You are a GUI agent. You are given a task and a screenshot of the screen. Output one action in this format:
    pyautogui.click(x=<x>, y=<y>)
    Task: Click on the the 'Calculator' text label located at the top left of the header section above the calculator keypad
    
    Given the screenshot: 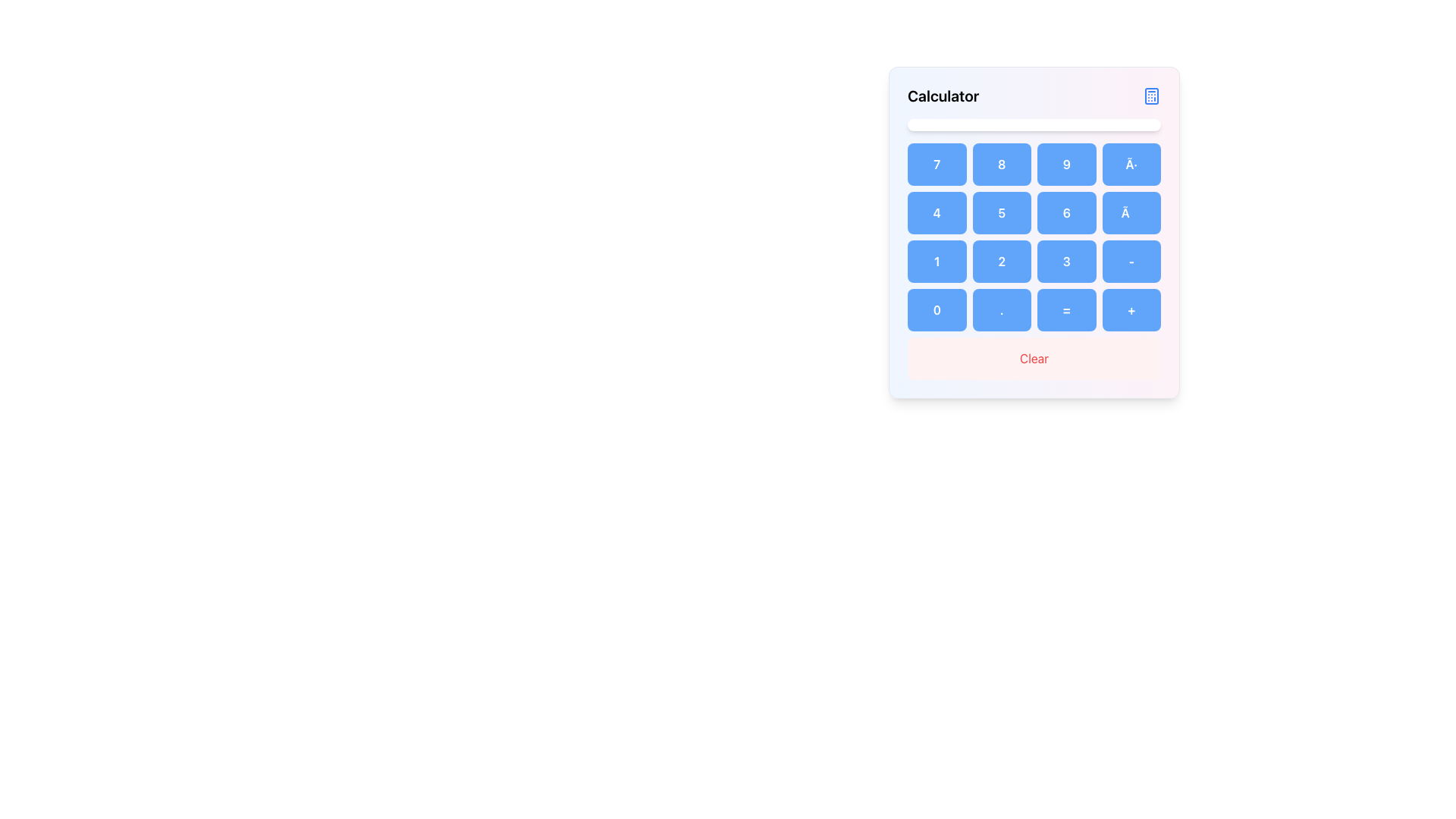 What is the action you would take?
    pyautogui.click(x=943, y=96)
    